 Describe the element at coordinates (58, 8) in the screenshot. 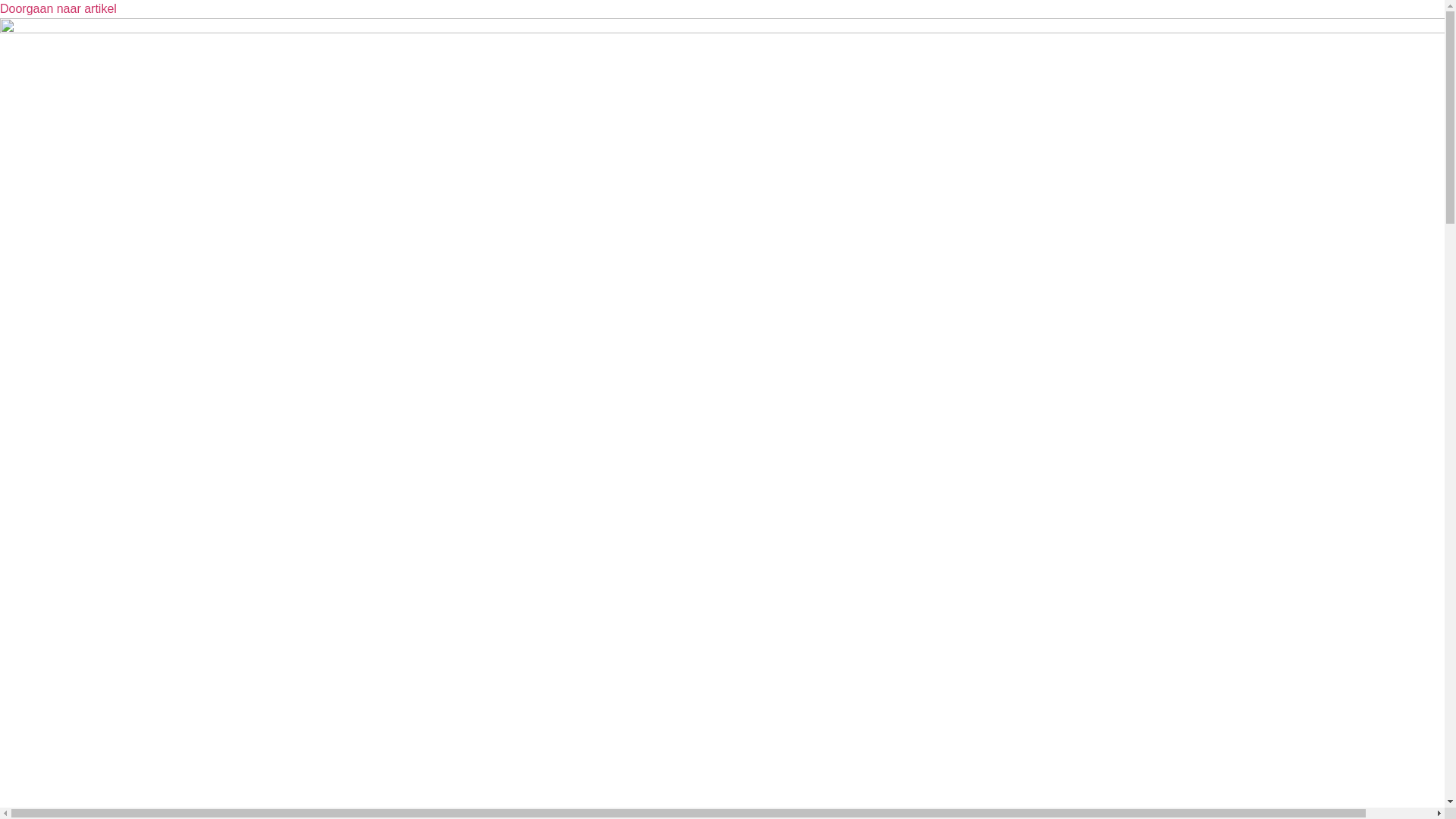

I see `'Doorgaan naar artikel'` at that location.